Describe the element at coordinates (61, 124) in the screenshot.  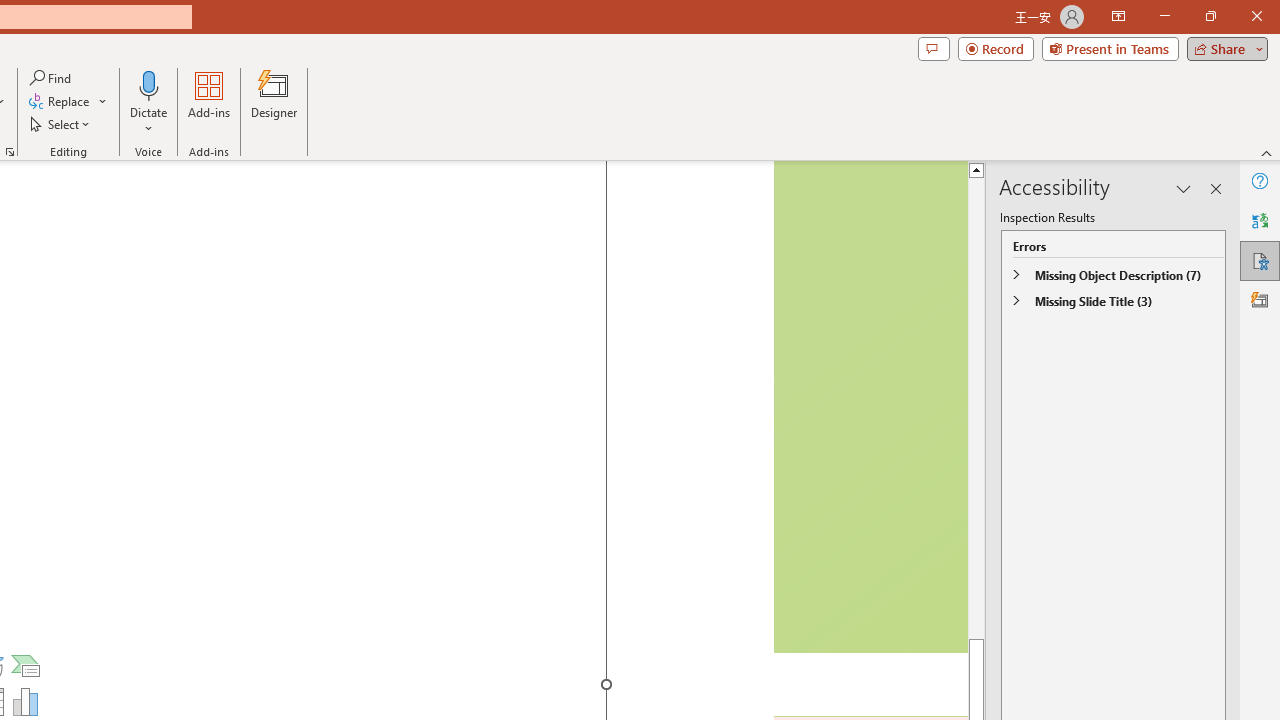
I see `'Select'` at that location.